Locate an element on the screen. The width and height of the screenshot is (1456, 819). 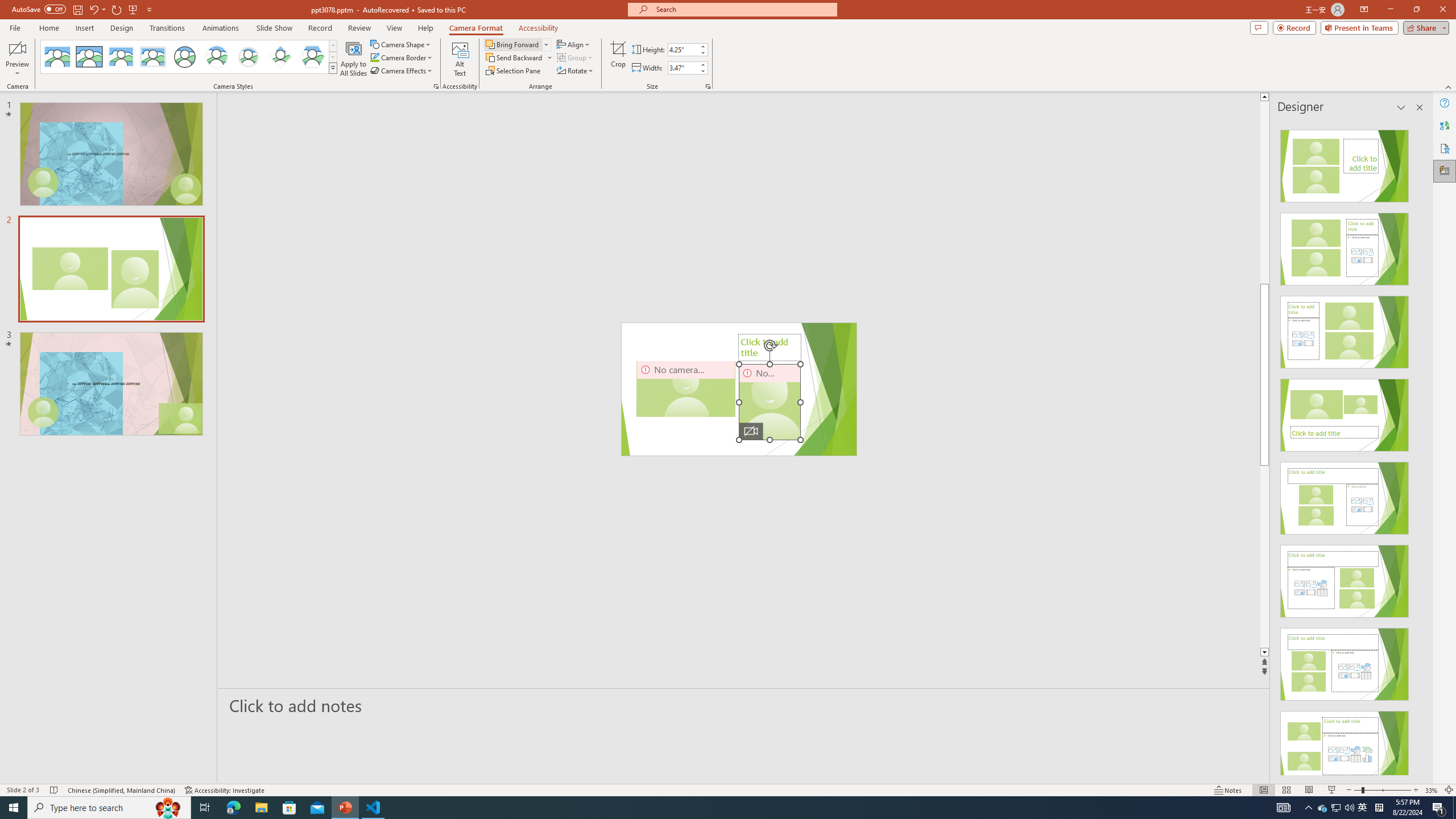
'Soft Edge Circle' is located at coordinates (248, 56).